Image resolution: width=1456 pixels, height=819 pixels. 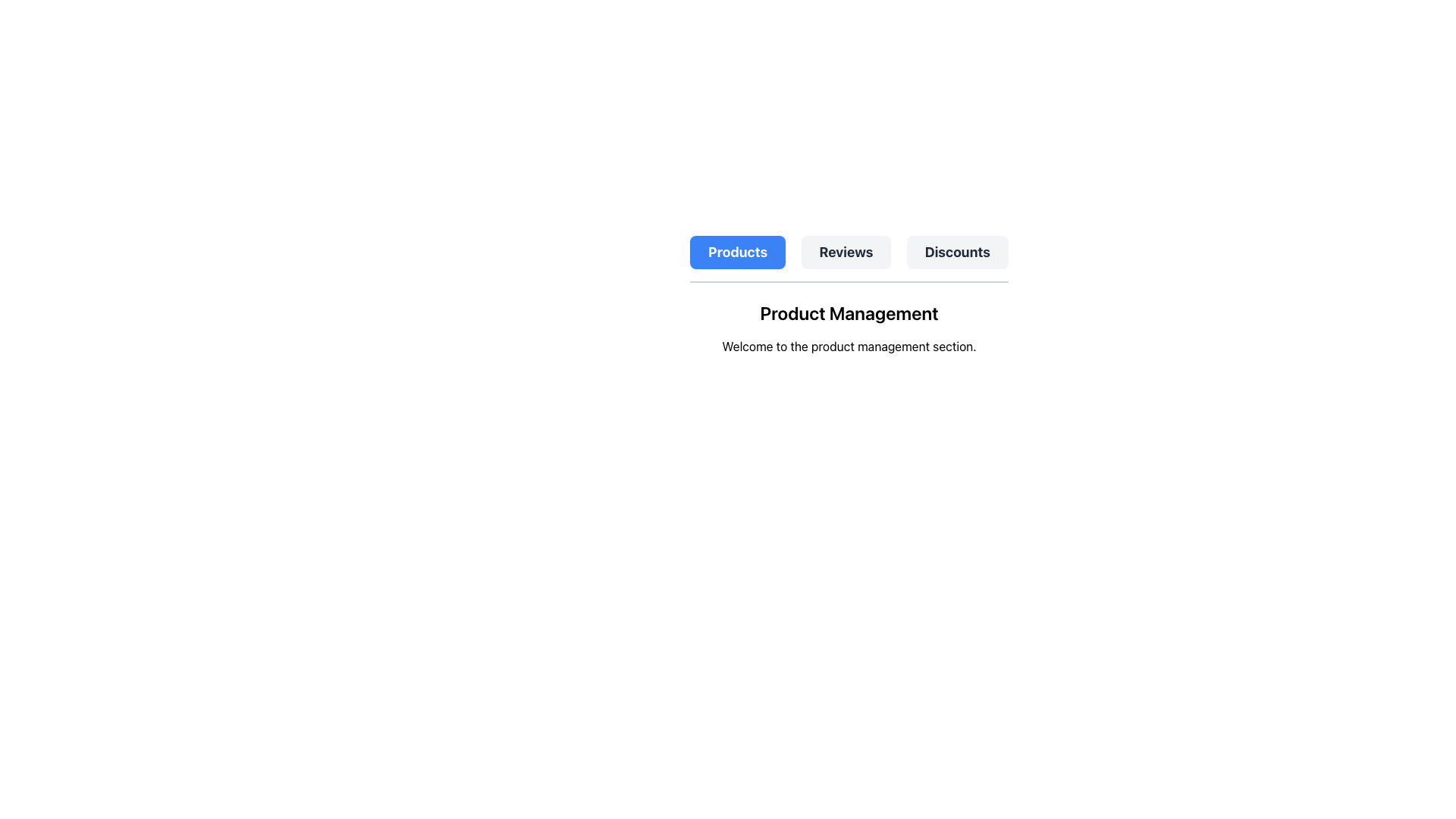 What do you see at coordinates (956, 251) in the screenshot?
I see `the third button labeled 'Discounts' with a white background and gray text` at bounding box center [956, 251].